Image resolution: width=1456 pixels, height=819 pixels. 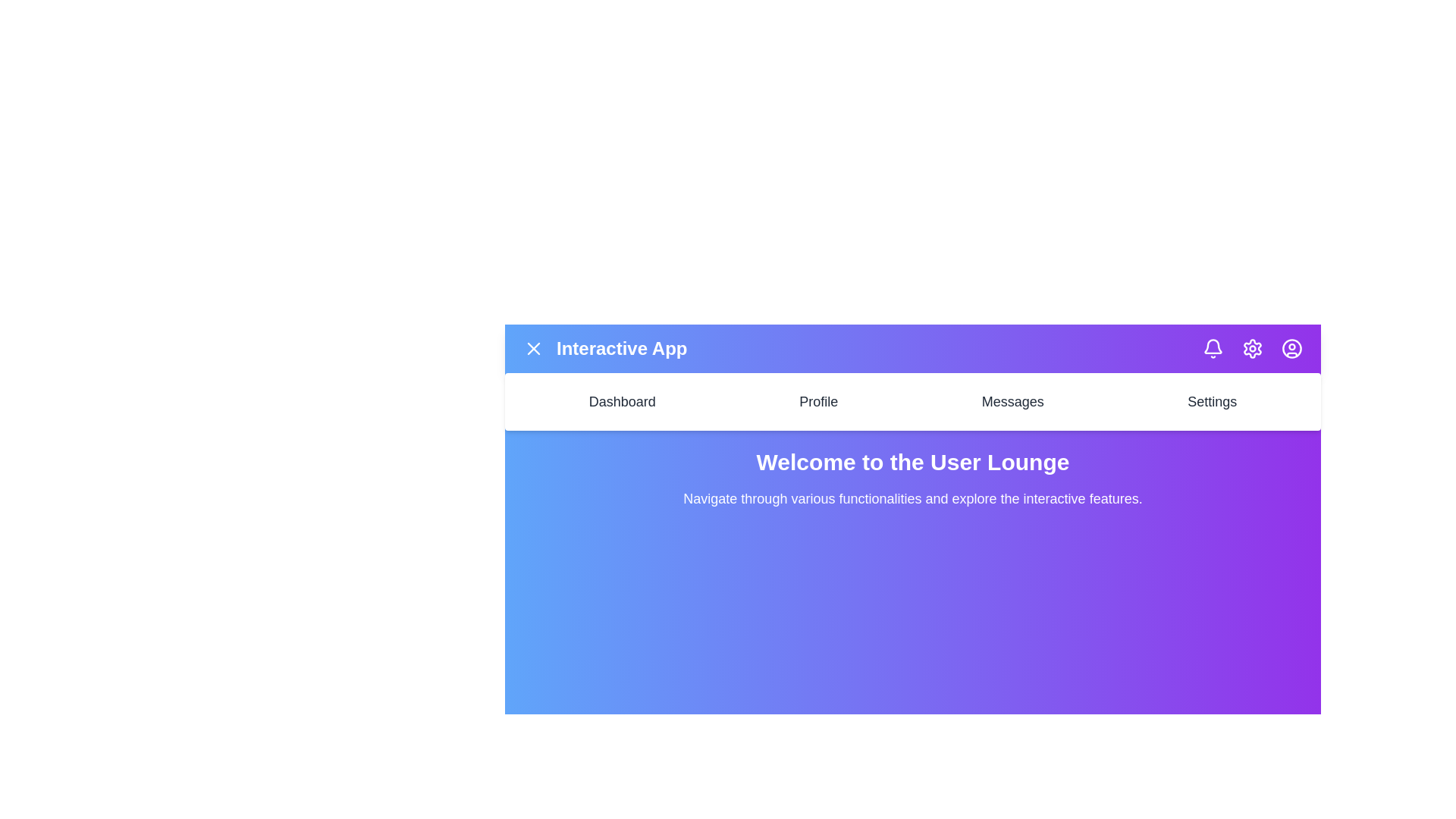 What do you see at coordinates (622, 400) in the screenshot?
I see `the Dashboard navigation menu item` at bounding box center [622, 400].